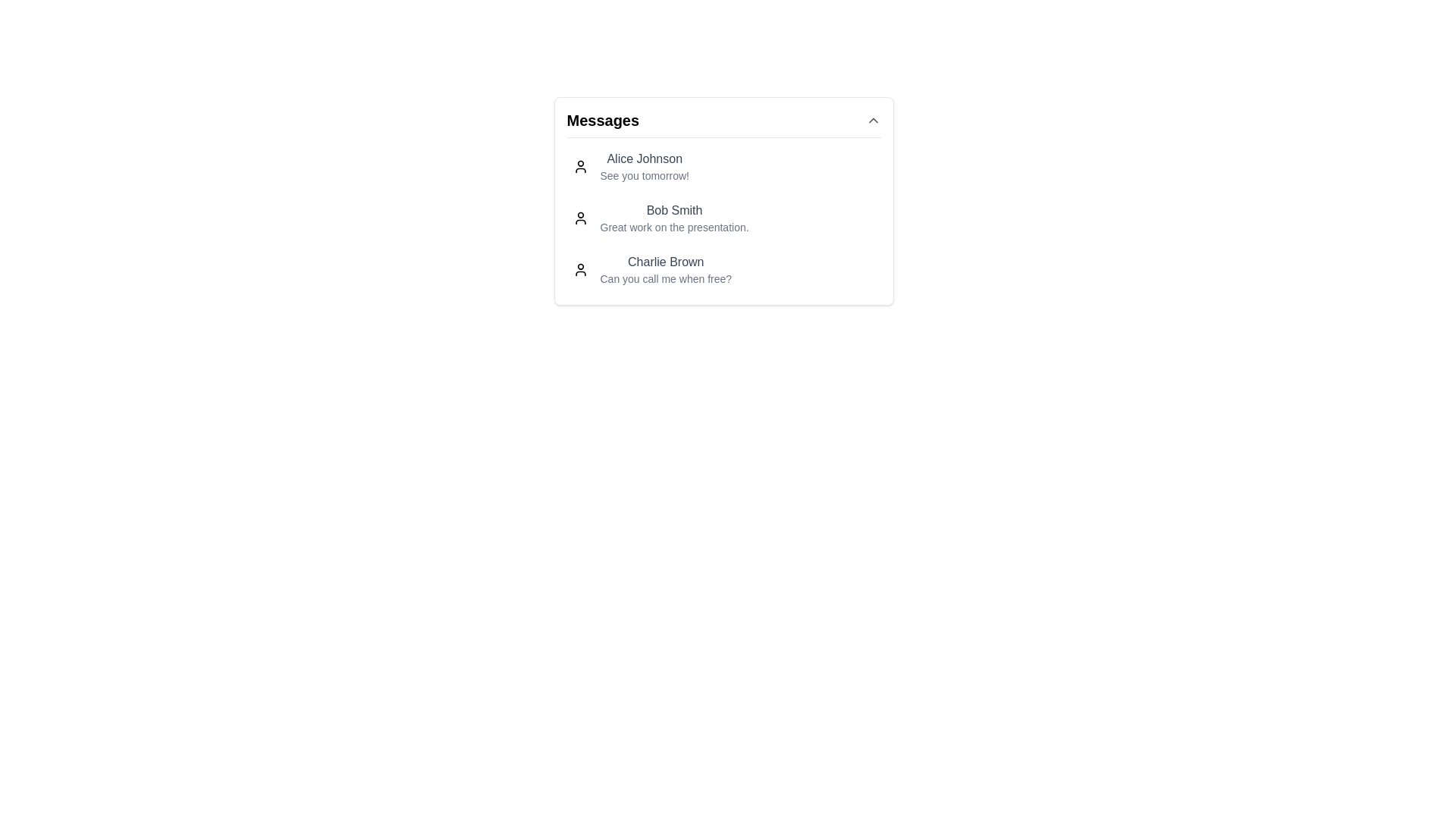 The height and width of the screenshot is (819, 1456). What do you see at coordinates (644, 166) in the screenshot?
I see `the first list item displaying the text 'Alice Johnson' and 'See you tomorrow!'` at bounding box center [644, 166].